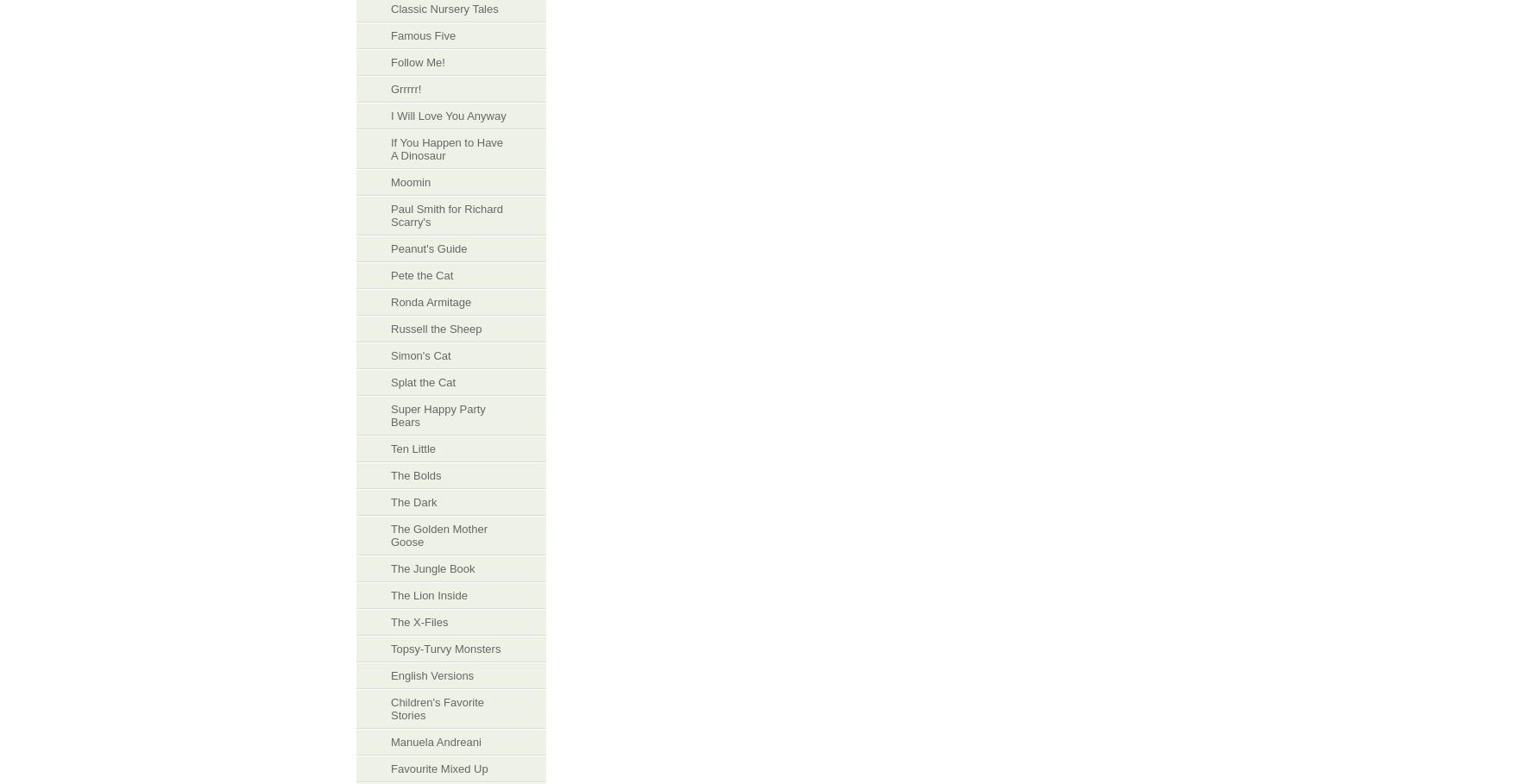  What do you see at coordinates (390, 416) in the screenshot?
I see `'Super Happy Party Bears'` at bounding box center [390, 416].